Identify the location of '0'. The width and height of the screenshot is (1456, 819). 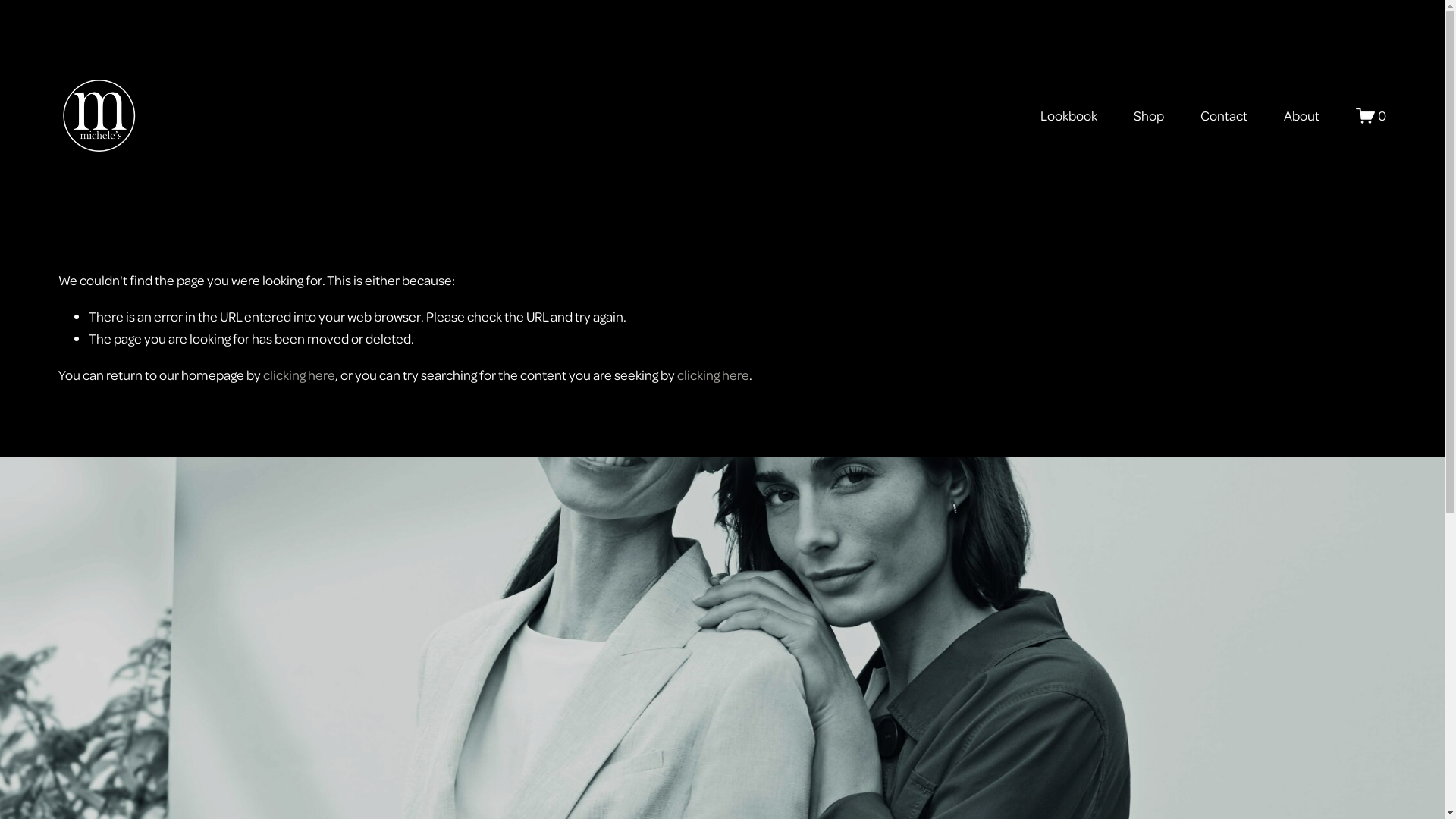
(1371, 115).